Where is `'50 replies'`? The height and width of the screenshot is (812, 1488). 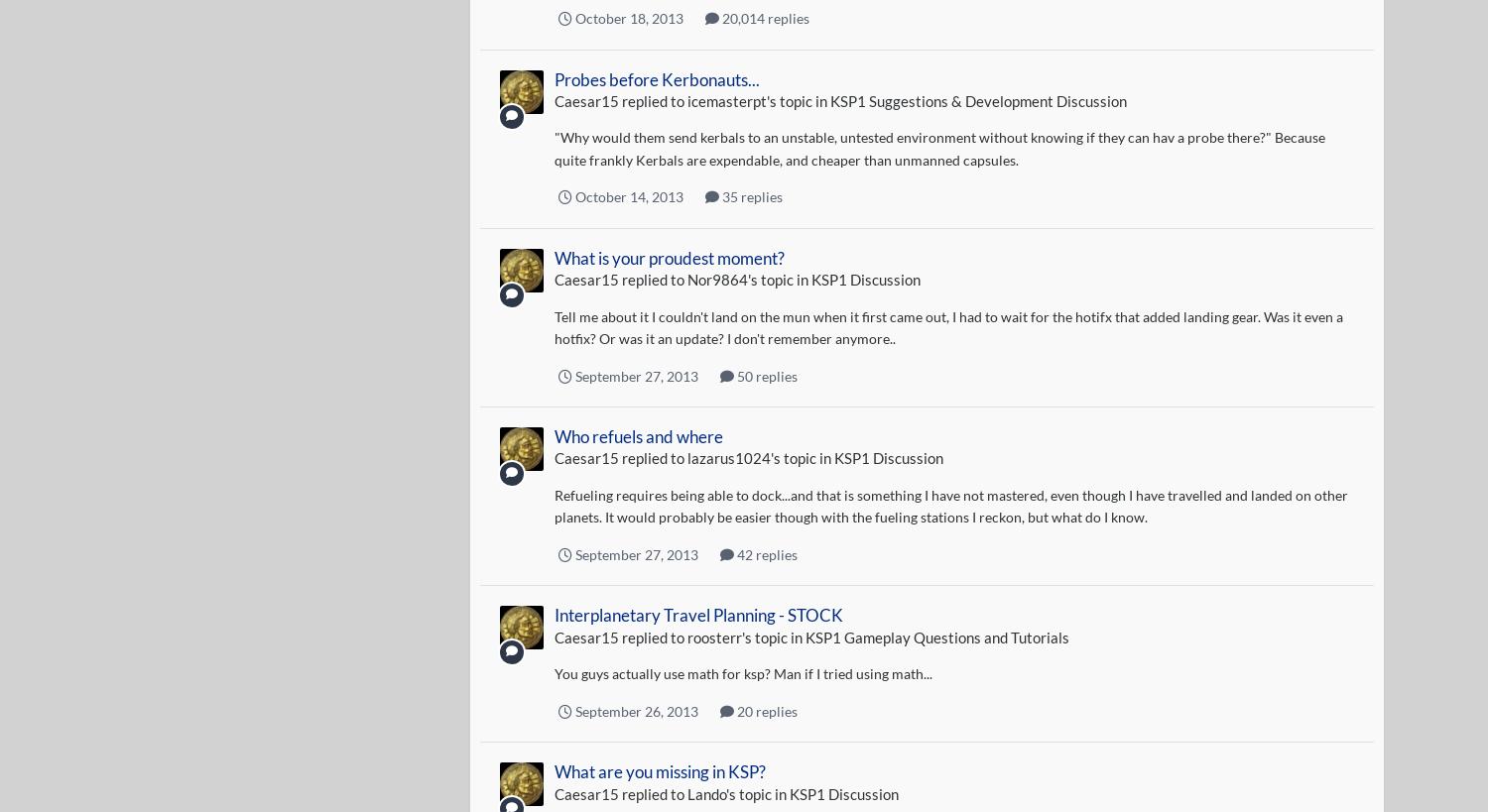
'50 replies' is located at coordinates (732, 374).